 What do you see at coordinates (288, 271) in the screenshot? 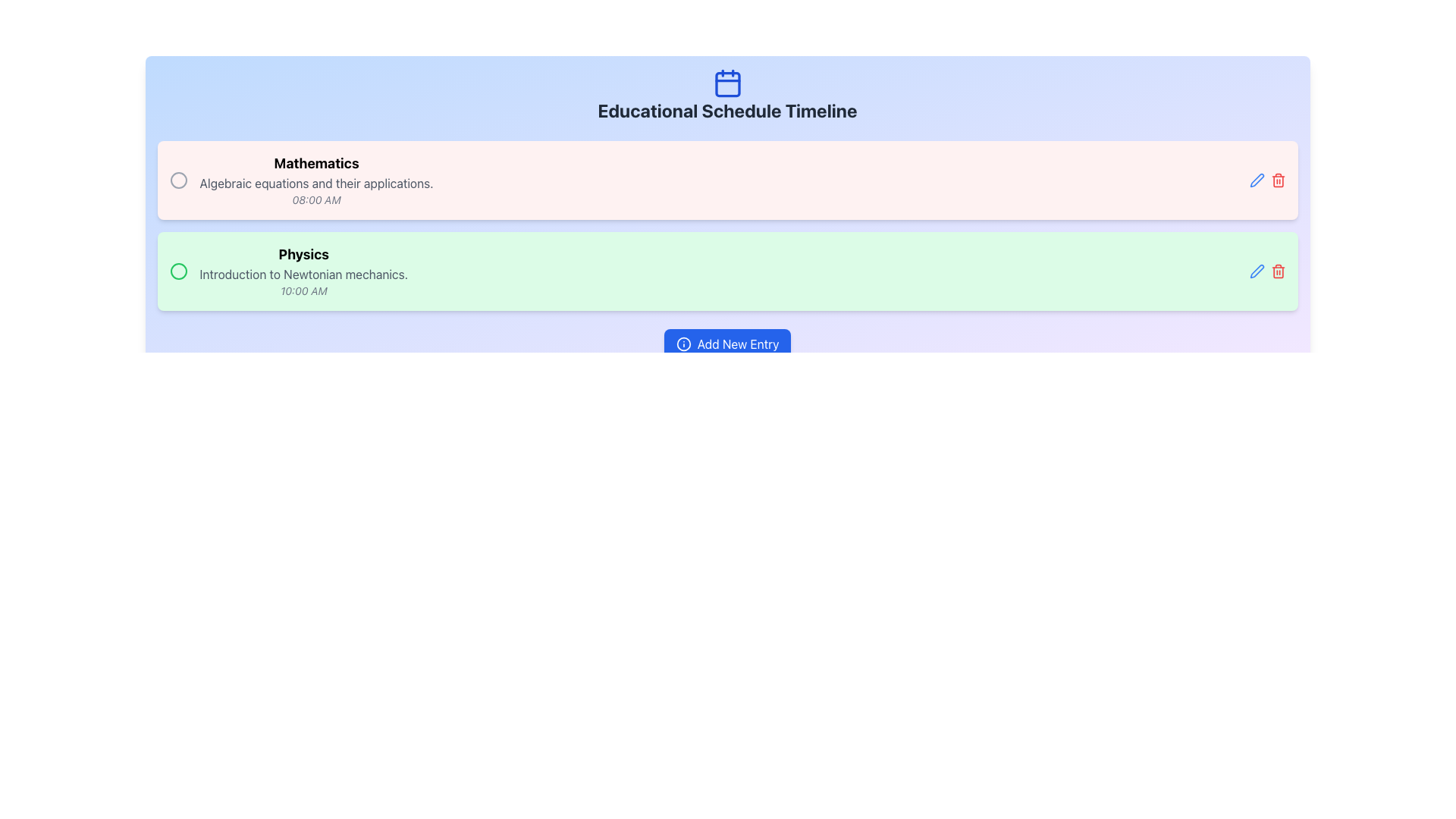
I see `the composite information display for 'Physics' which includes a bold heading, a brief description, and a timestamp` at bounding box center [288, 271].